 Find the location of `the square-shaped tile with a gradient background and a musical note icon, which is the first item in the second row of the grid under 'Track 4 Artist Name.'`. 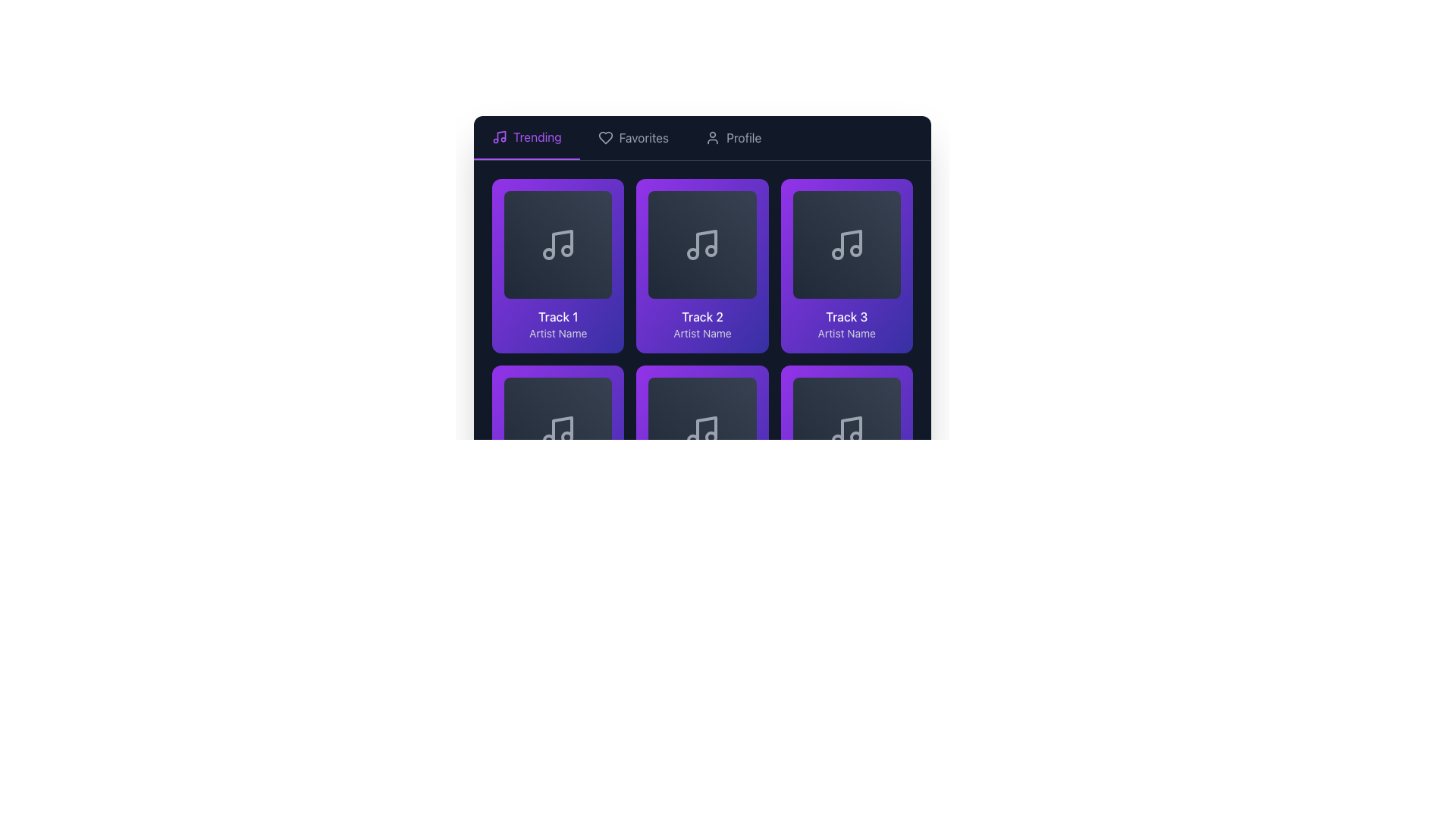

the square-shaped tile with a gradient background and a musical note icon, which is the first item in the second row of the grid under 'Track 4 Artist Name.' is located at coordinates (557, 431).